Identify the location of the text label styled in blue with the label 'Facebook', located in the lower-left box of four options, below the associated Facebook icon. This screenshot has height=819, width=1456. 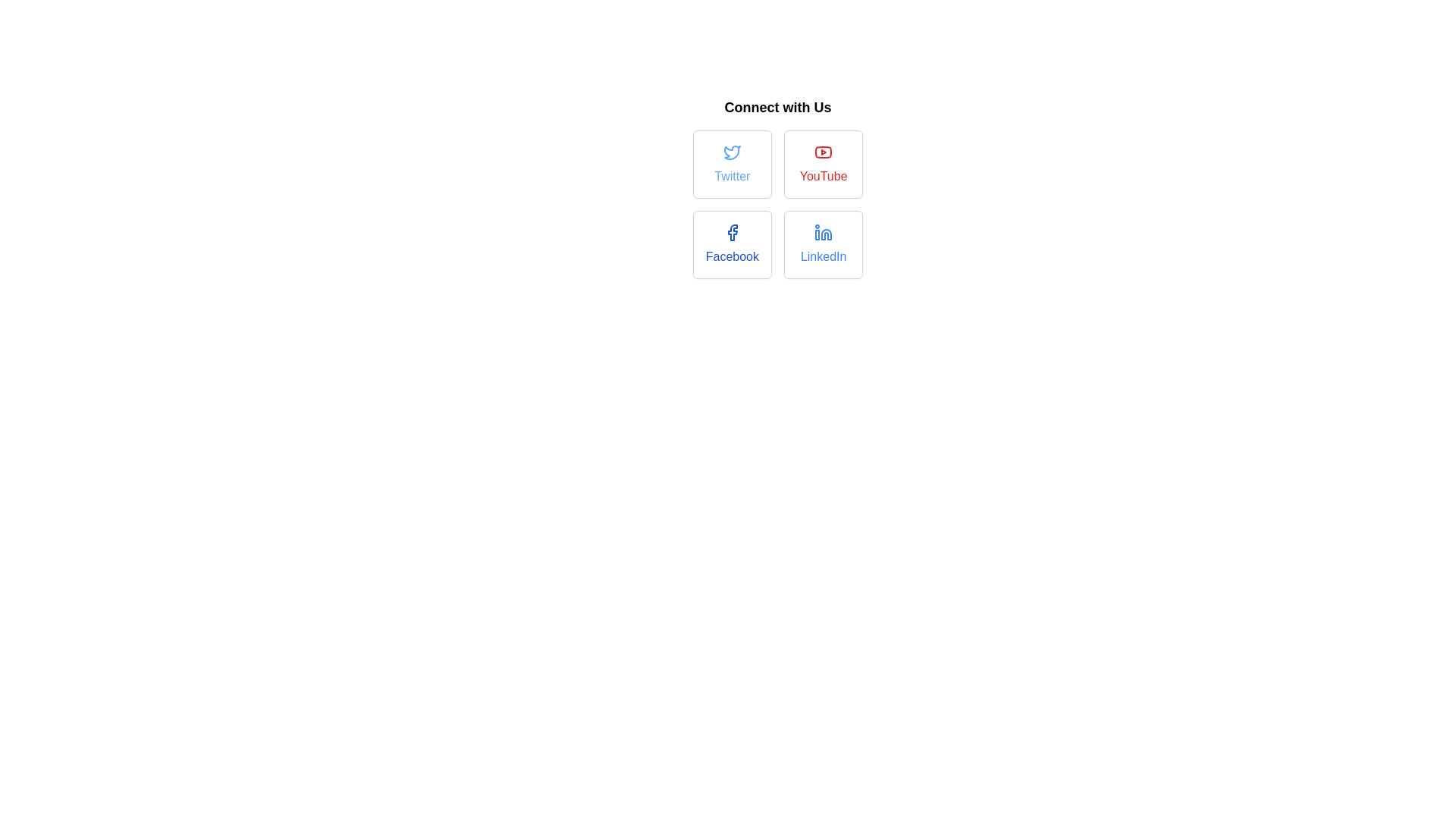
(732, 256).